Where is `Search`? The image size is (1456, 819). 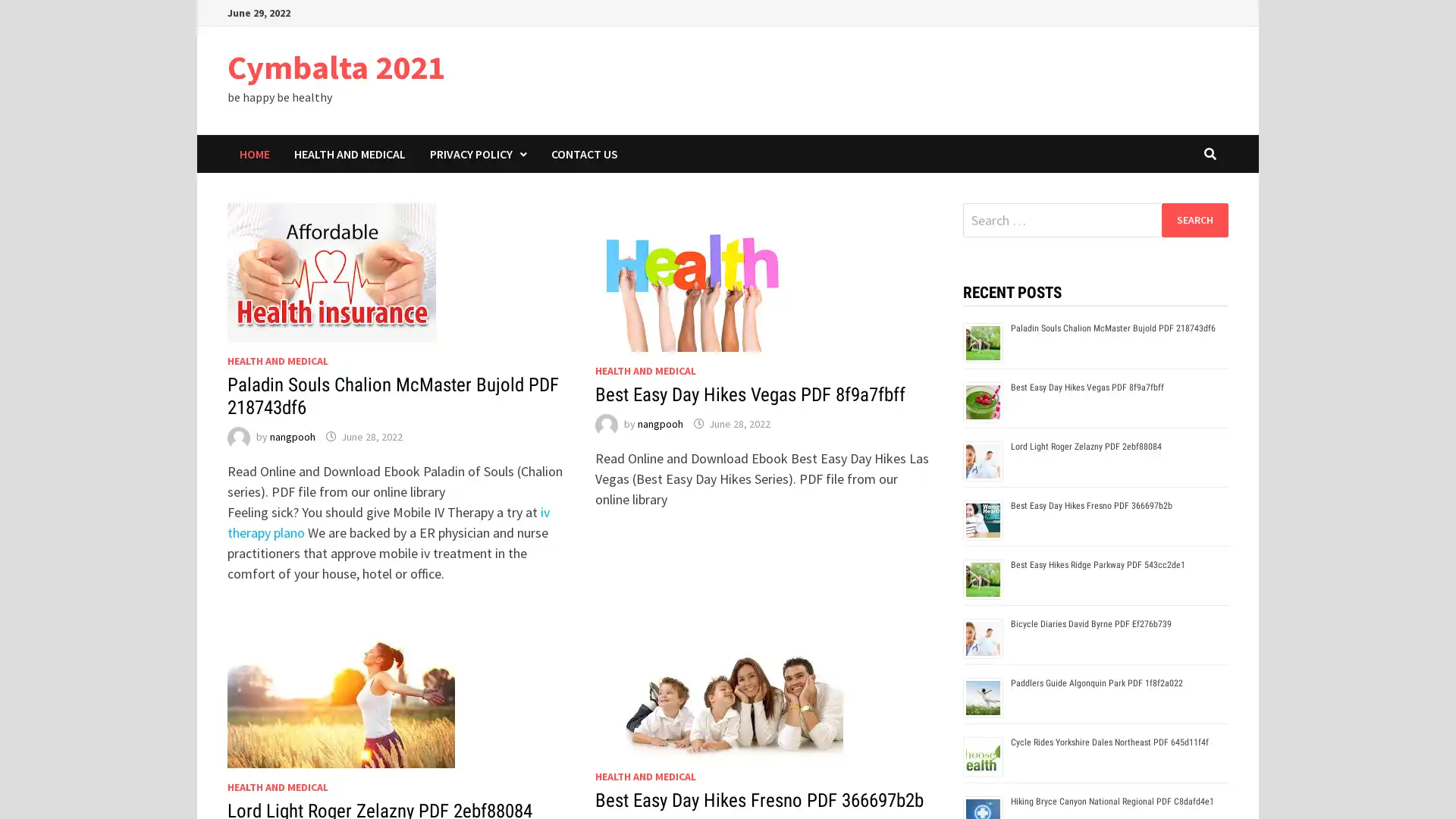 Search is located at coordinates (1194, 219).